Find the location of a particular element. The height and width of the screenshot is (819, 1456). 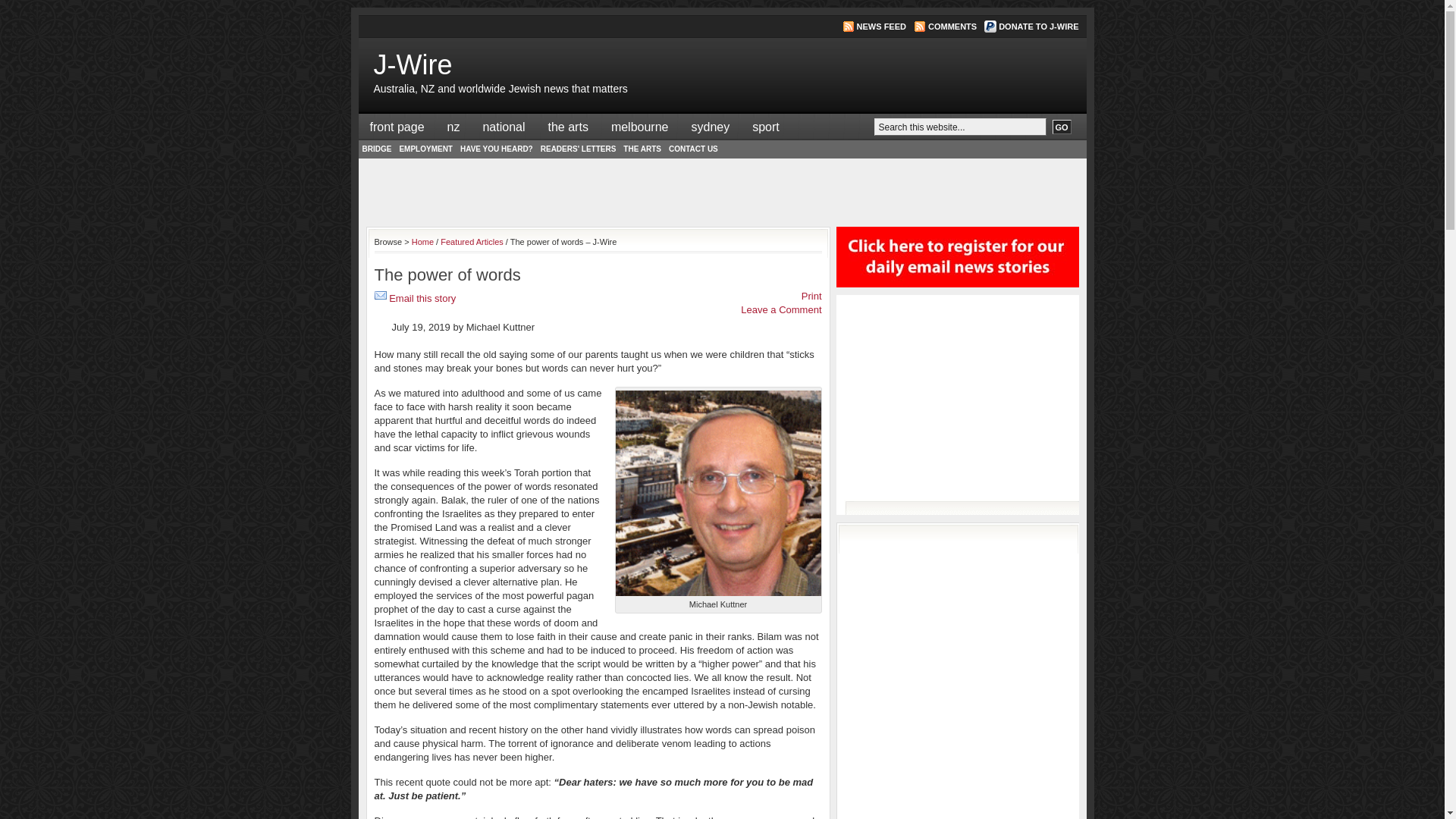

'GO' is located at coordinates (1061, 126).